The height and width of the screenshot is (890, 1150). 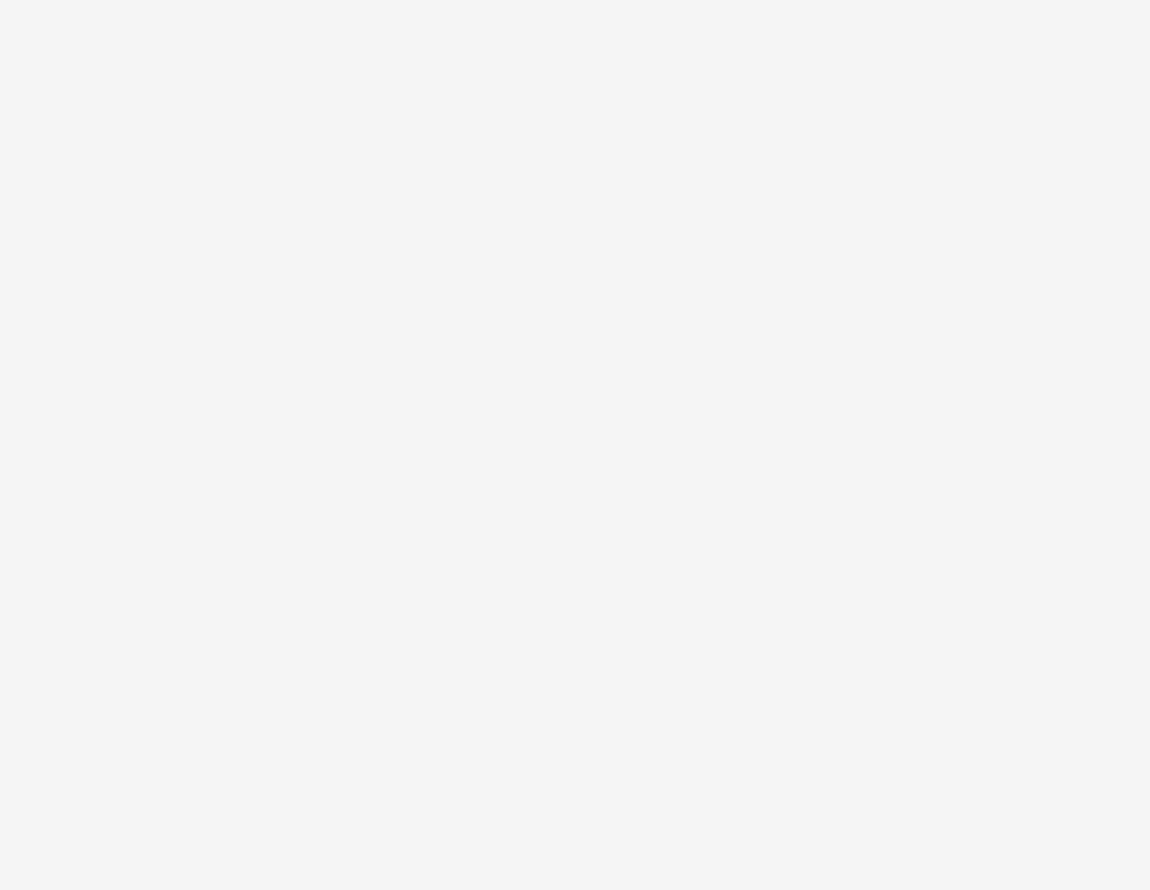 What do you see at coordinates (230, 597) in the screenshot?
I see `'mediarelations@blackberry.com'` at bounding box center [230, 597].